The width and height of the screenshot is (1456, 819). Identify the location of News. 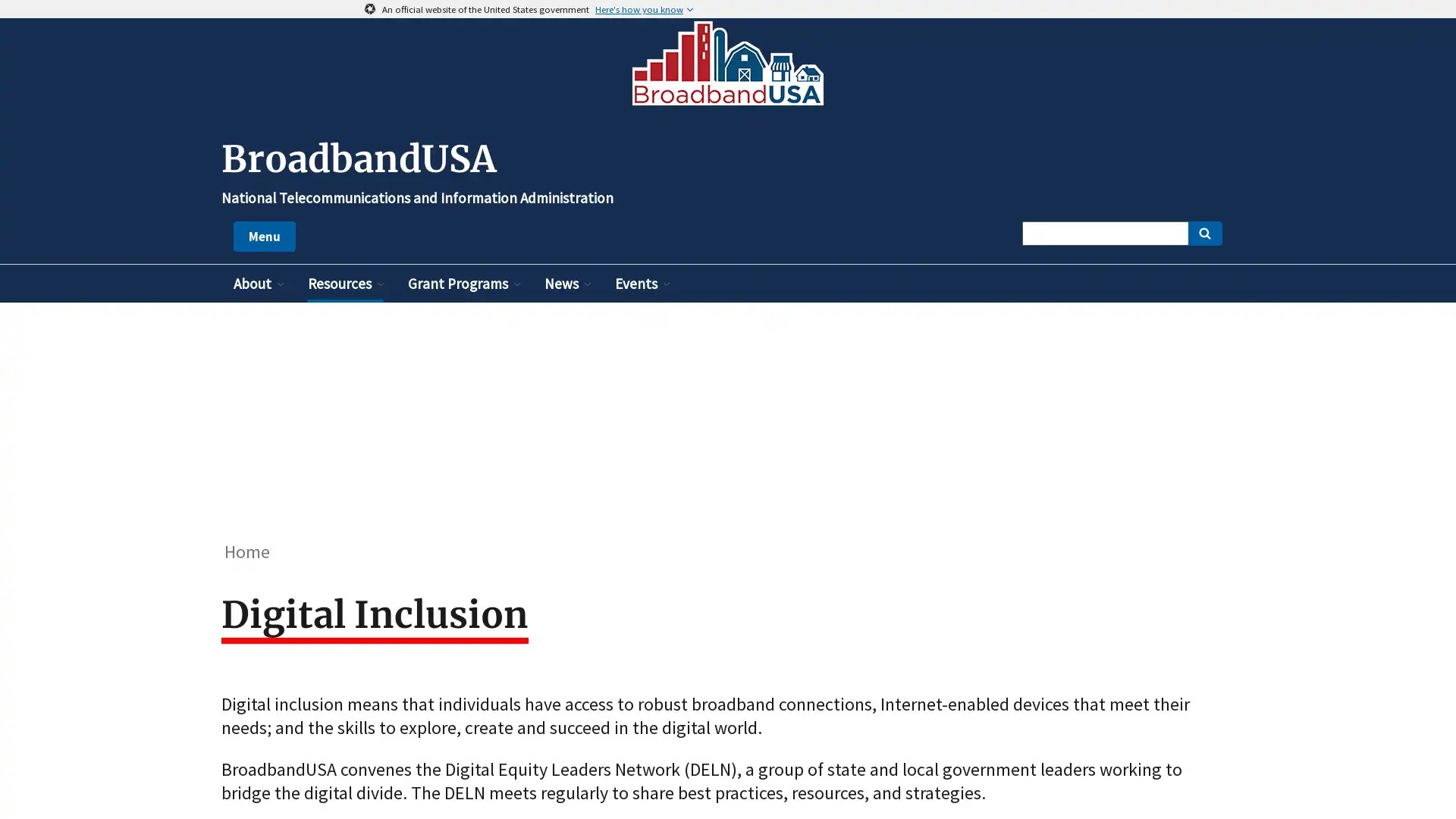
(566, 284).